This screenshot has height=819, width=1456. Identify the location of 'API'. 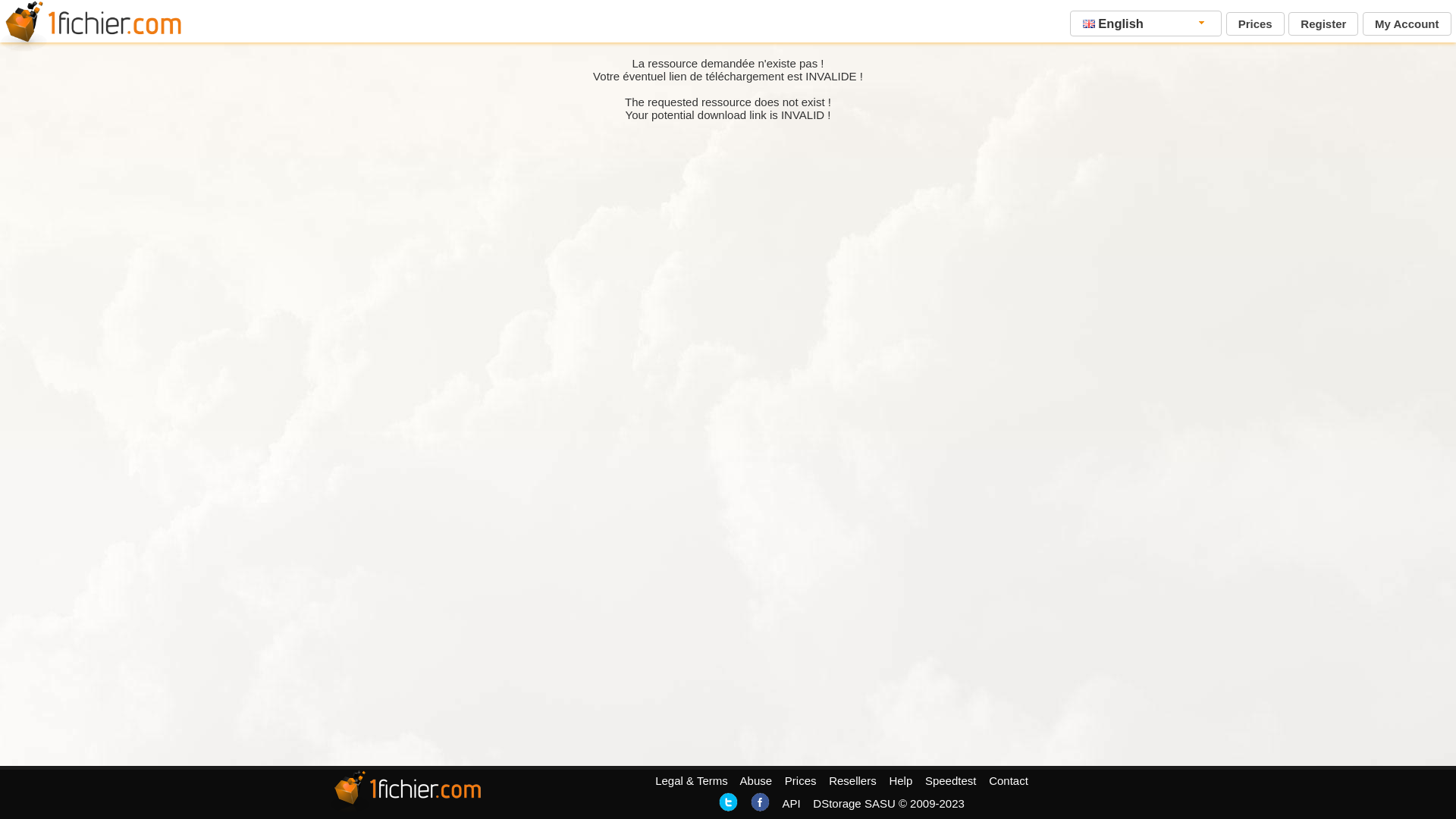
(789, 802).